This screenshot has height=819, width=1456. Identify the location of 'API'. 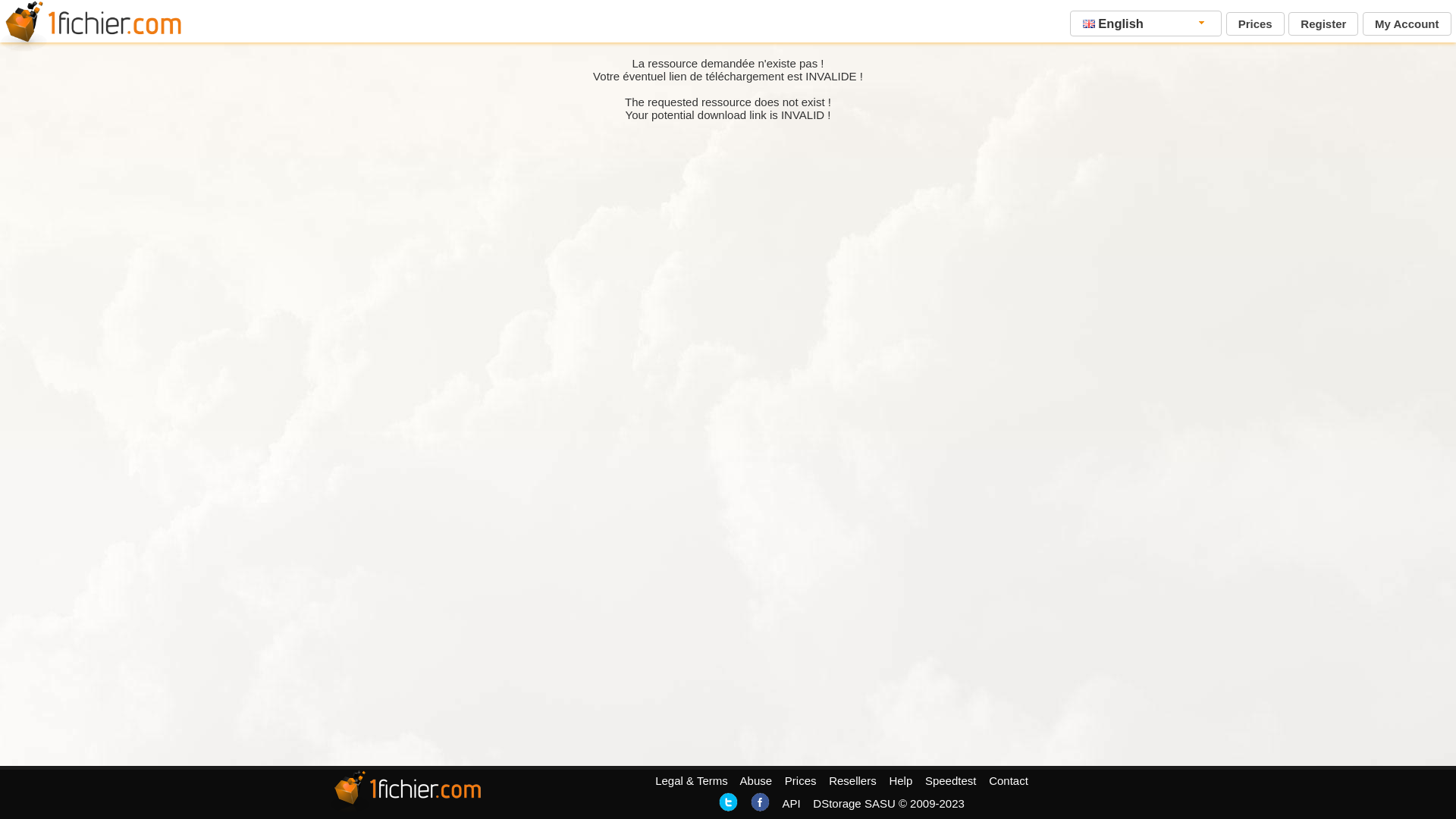
(789, 802).